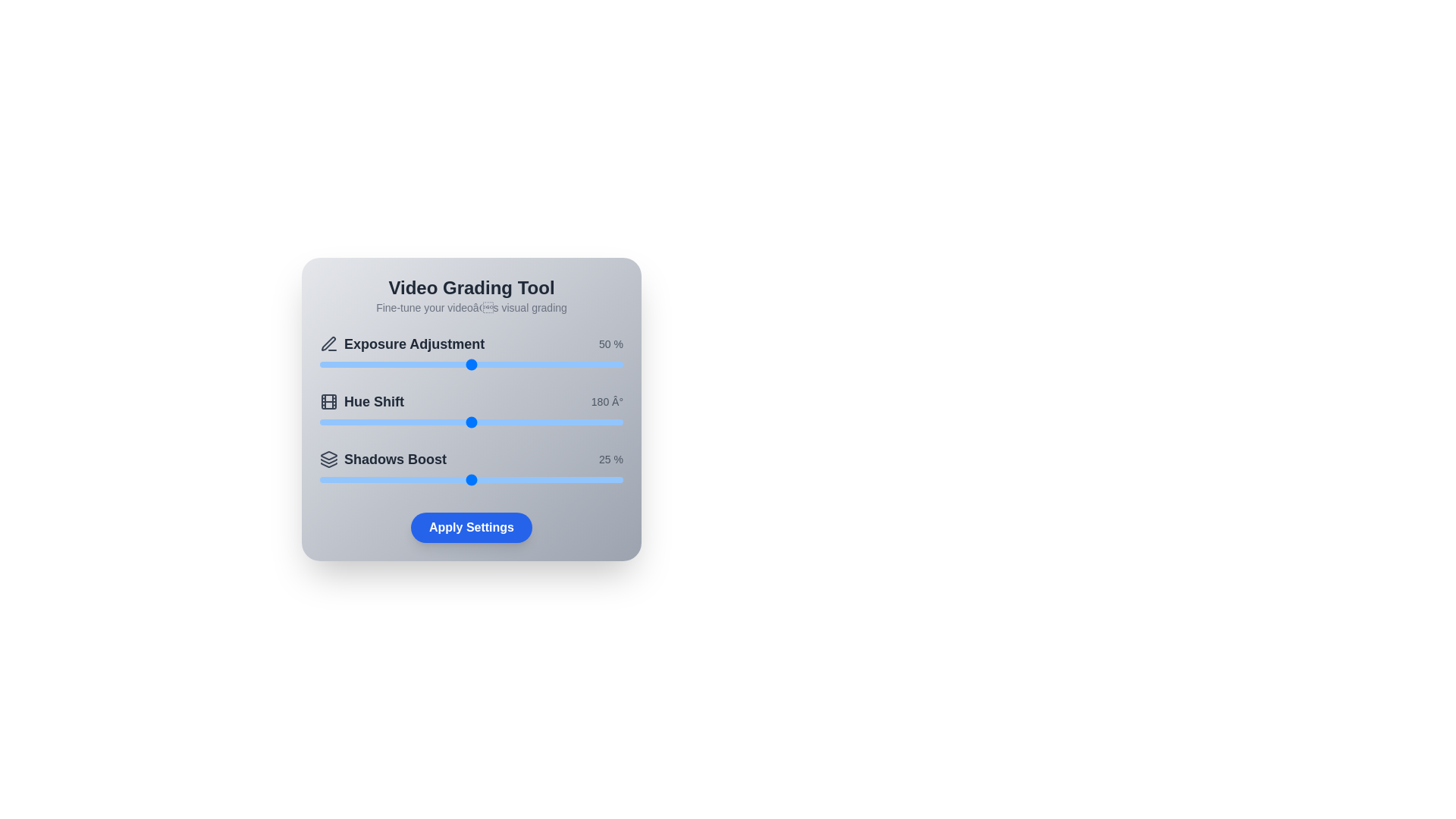  Describe the element at coordinates (482, 422) in the screenshot. I see `the hue shift` at that location.